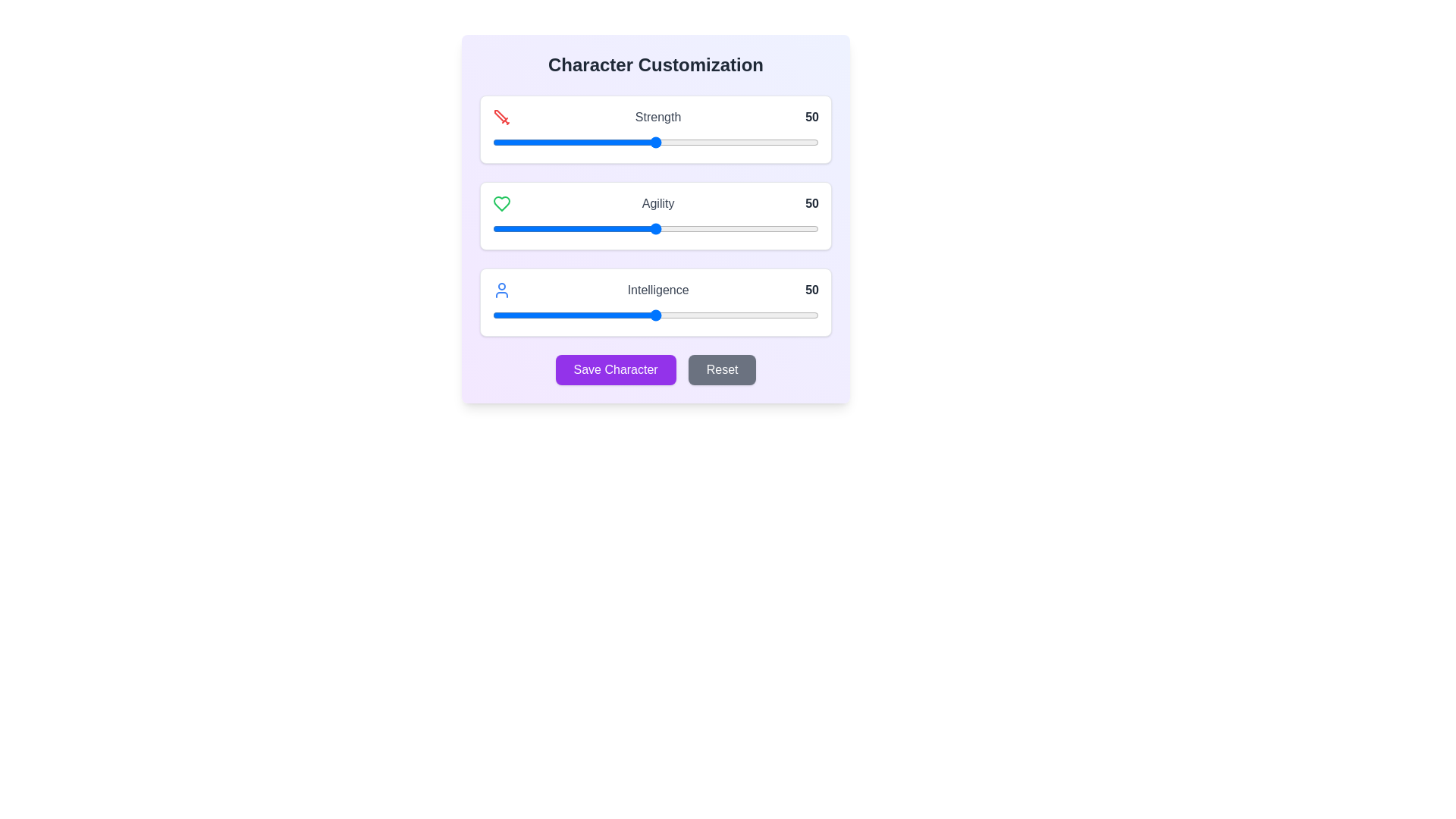 The height and width of the screenshot is (819, 1456). Describe the element at coordinates (615, 370) in the screenshot. I see `the 'Save Character' button to save the character's attributes` at that location.